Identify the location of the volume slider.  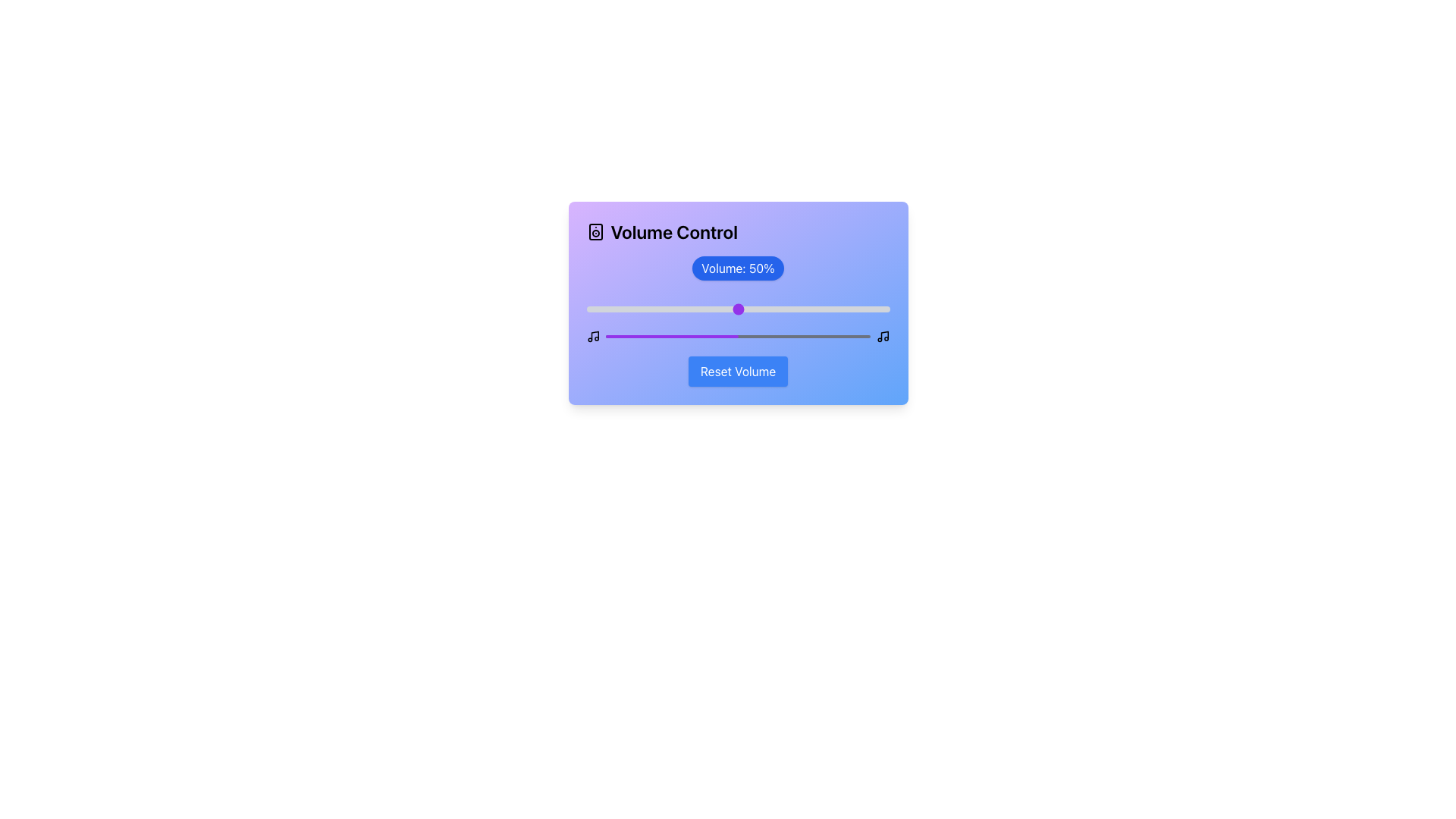
(804, 309).